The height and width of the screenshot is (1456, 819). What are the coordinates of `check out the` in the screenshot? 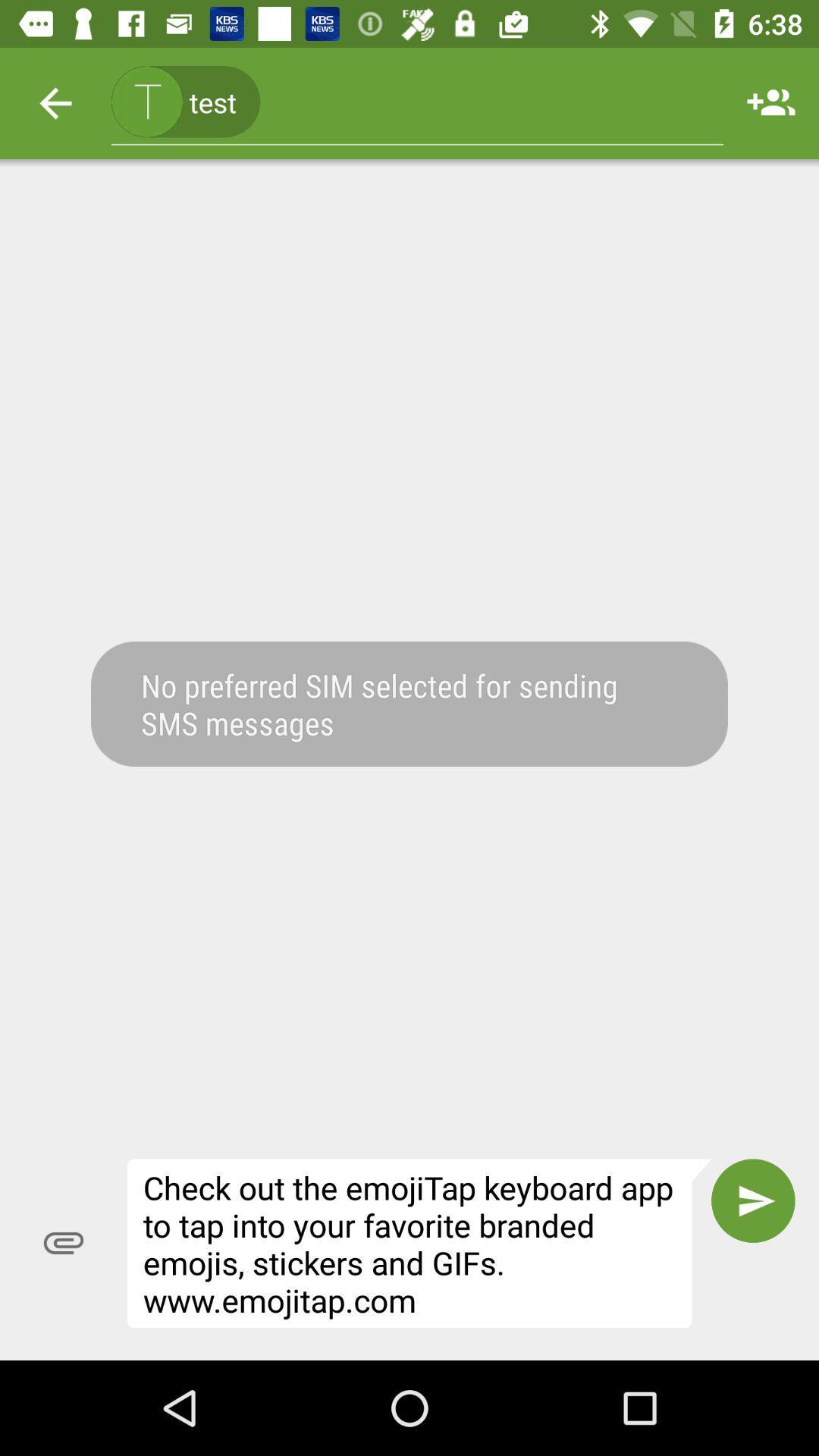 It's located at (419, 1243).